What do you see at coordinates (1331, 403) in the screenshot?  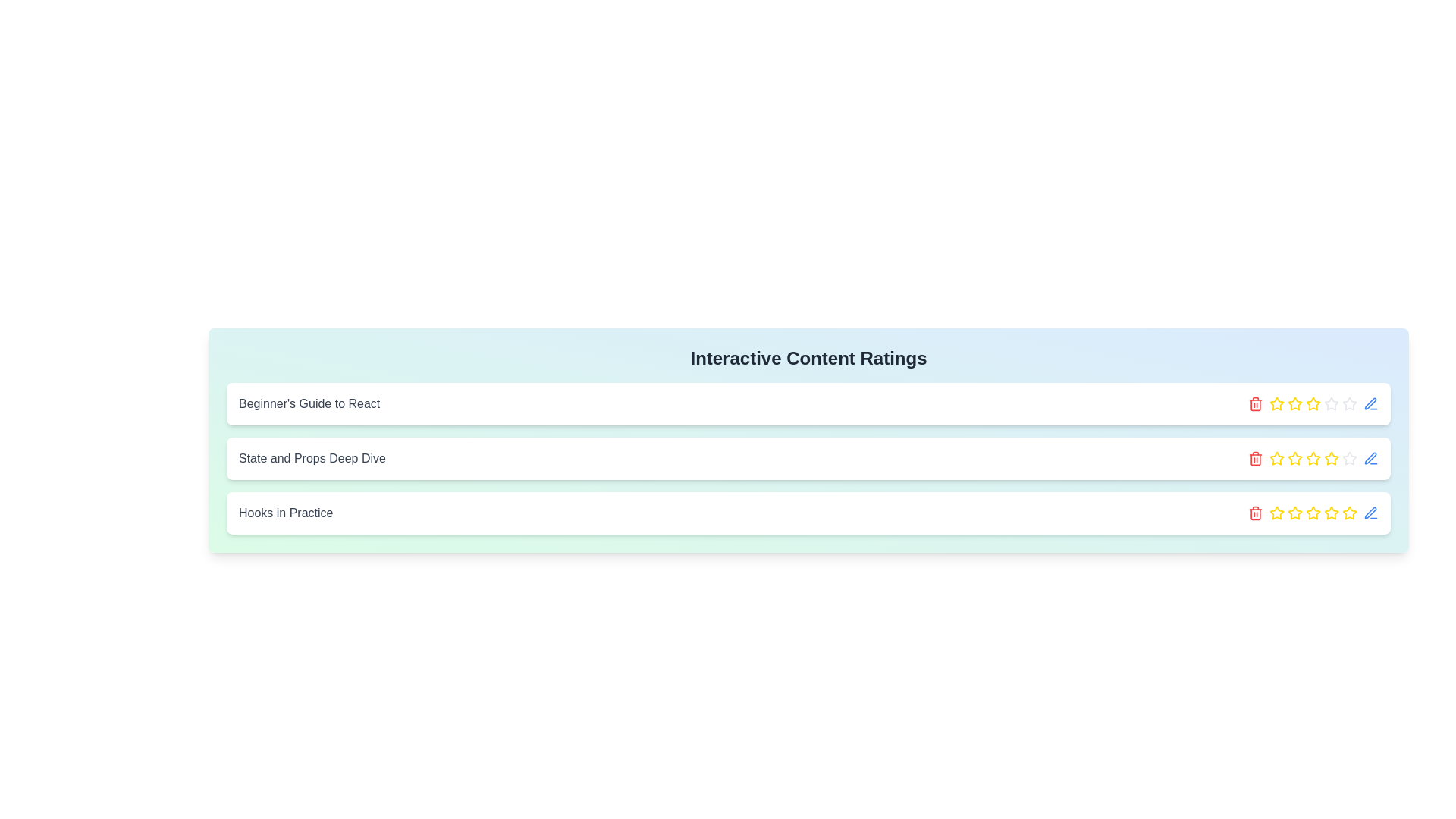 I see `the fifth star in the horizontal sequence of five stars to provide a rating` at bounding box center [1331, 403].